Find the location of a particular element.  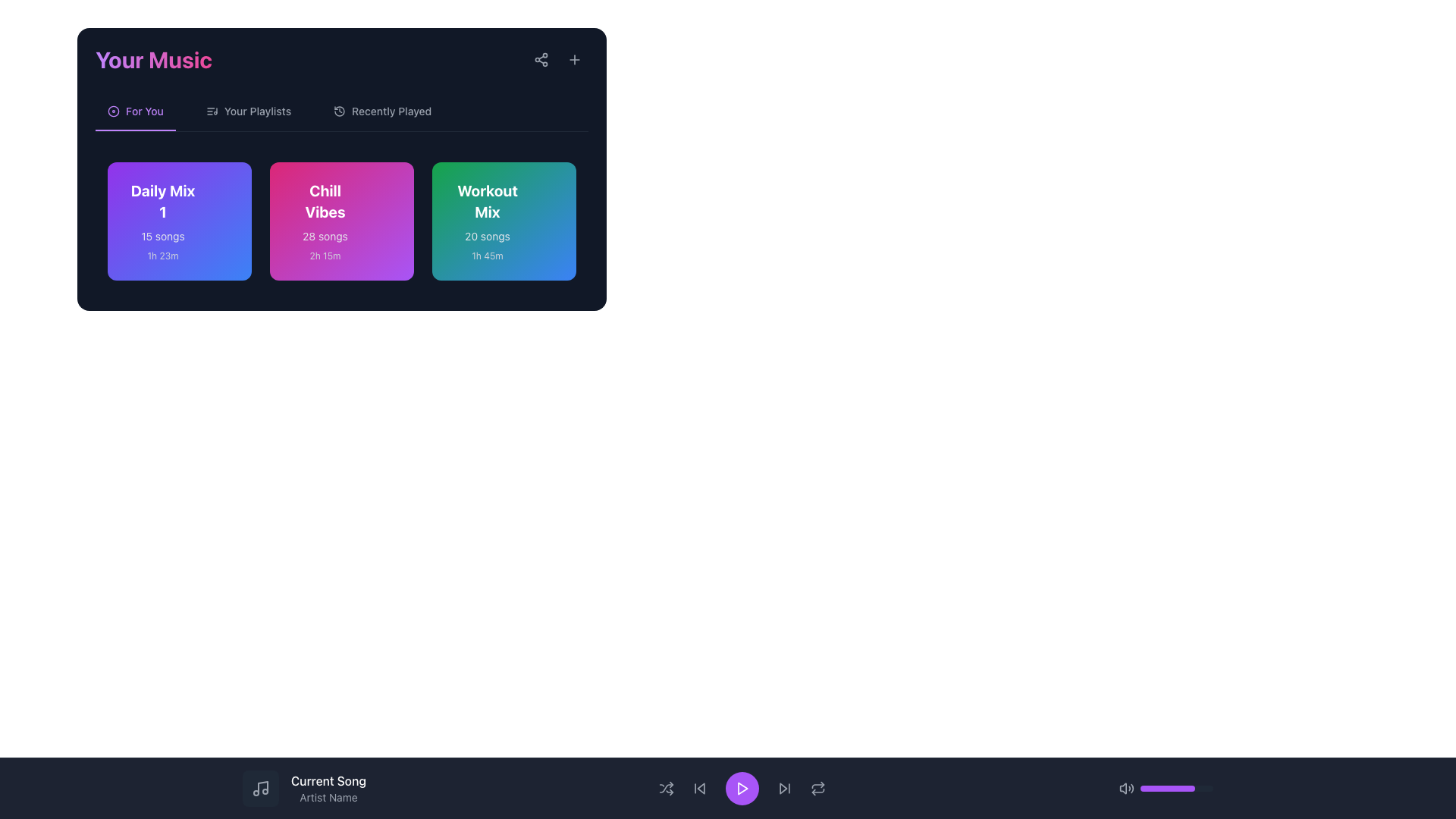

the 'Daily Mix 1' playlist card, which features a blue-purple gradient background and displays the largest text in bold white font is located at coordinates (163, 221).